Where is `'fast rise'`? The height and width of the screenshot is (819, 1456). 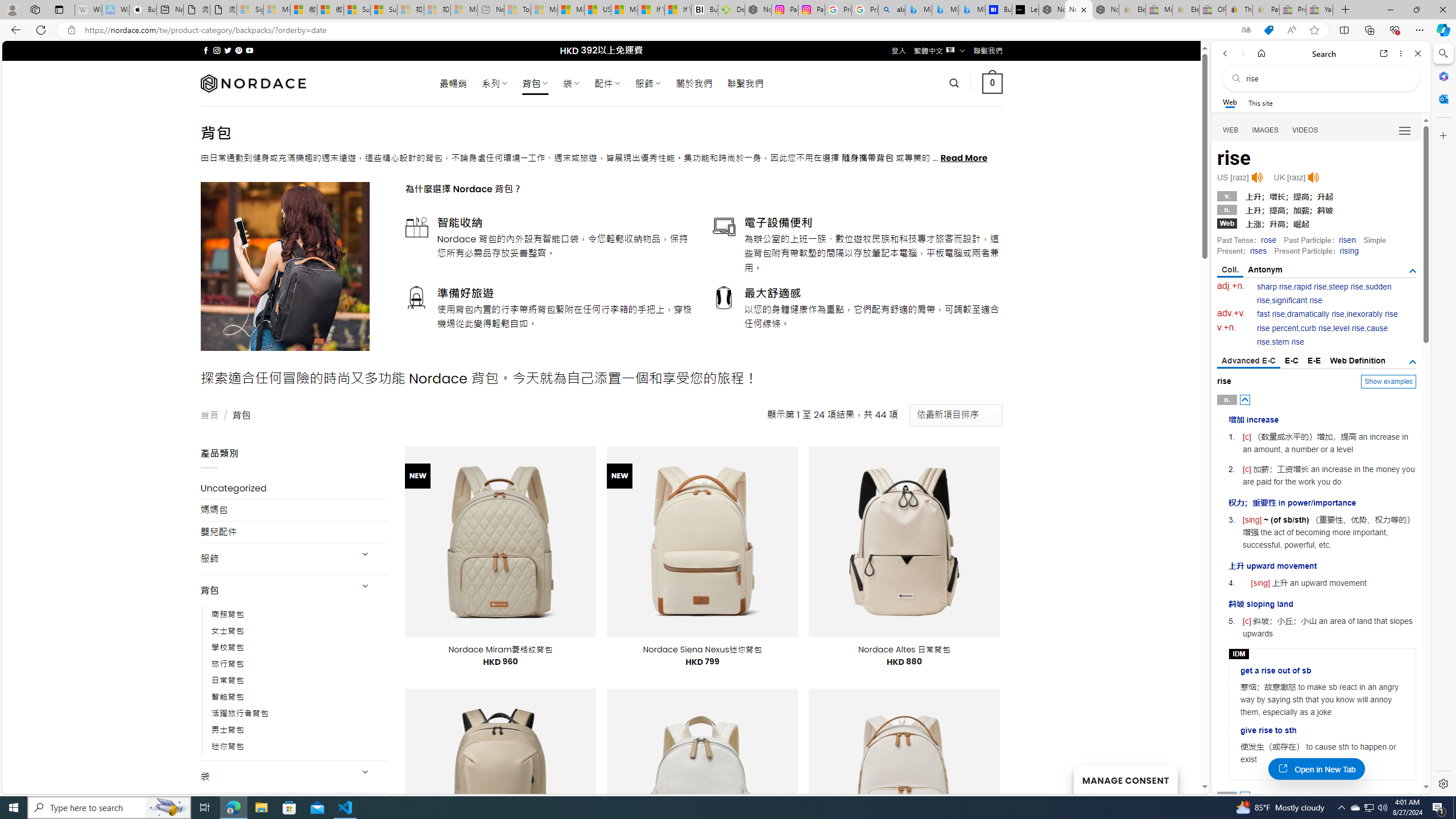
'fast rise' is located at coordinates (1270, 313).